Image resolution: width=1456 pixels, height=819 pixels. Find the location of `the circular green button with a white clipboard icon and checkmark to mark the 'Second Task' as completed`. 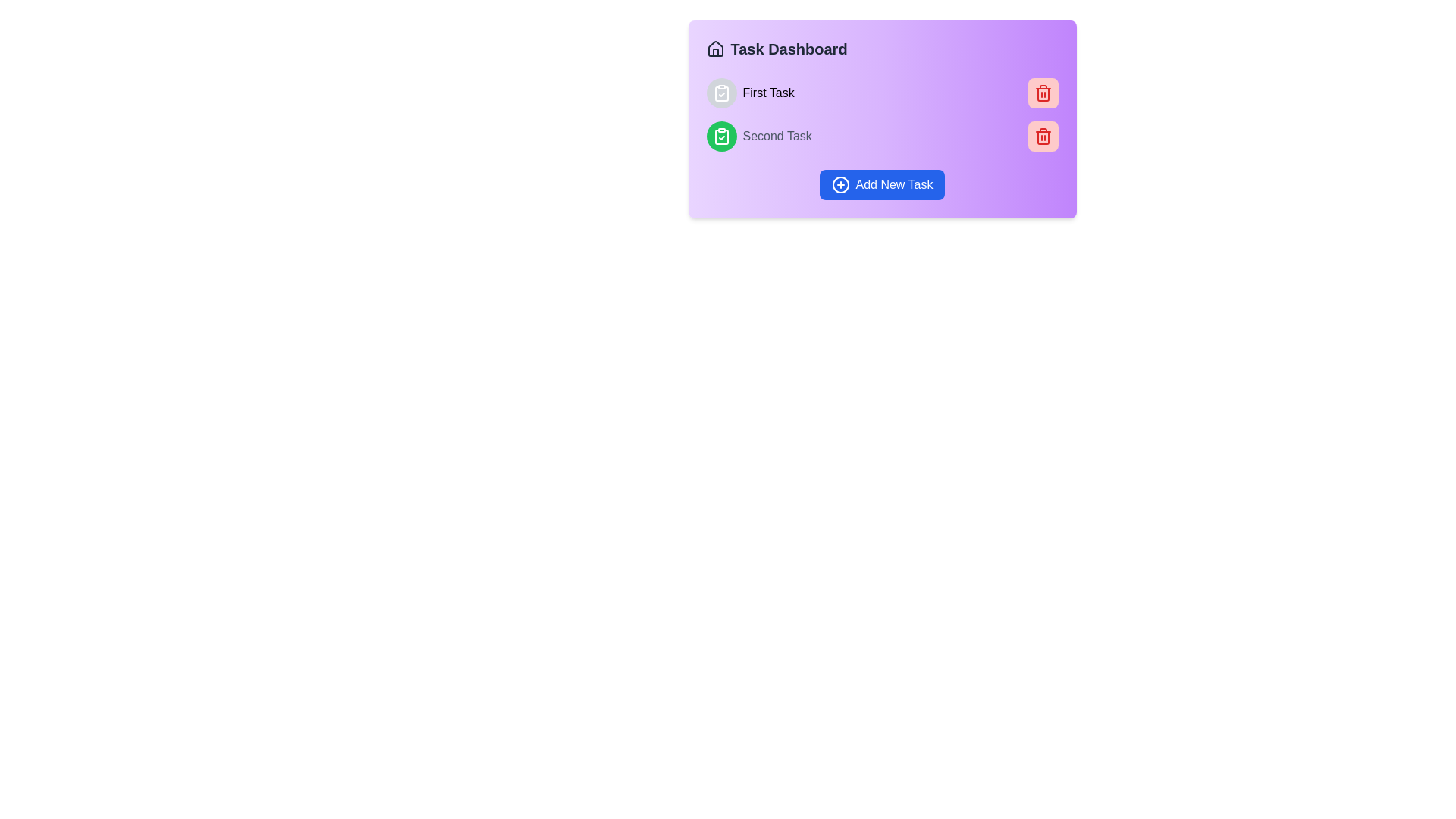

the circular green button with a white clipboard icon and checkmark to mark the 'Second Task' as completed is located at coordinates (720, 136).